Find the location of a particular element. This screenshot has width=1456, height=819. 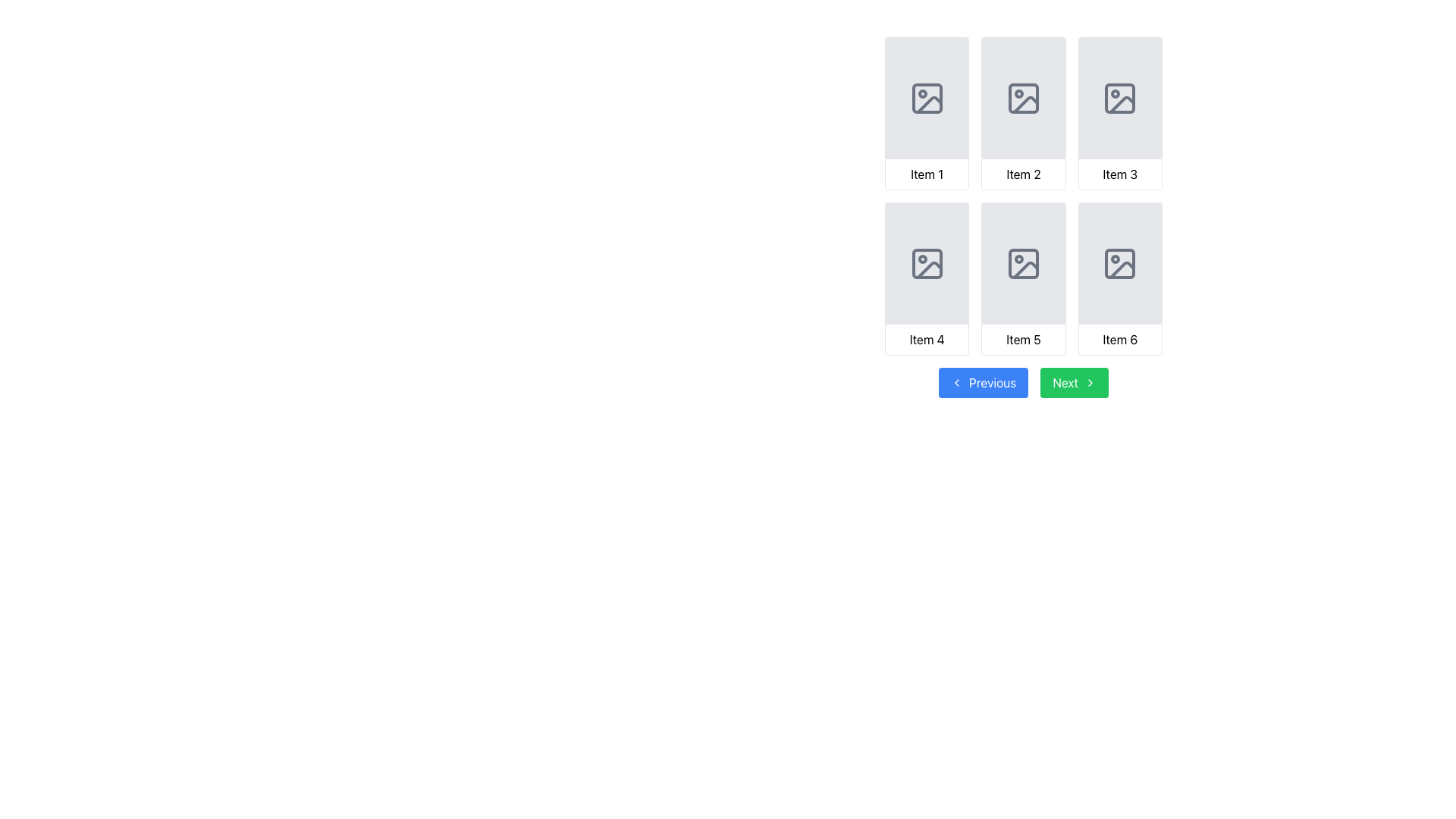

the label located at the bottom portion of the third item in the first row and third column of the grid is located at coordinates (1120, 174).